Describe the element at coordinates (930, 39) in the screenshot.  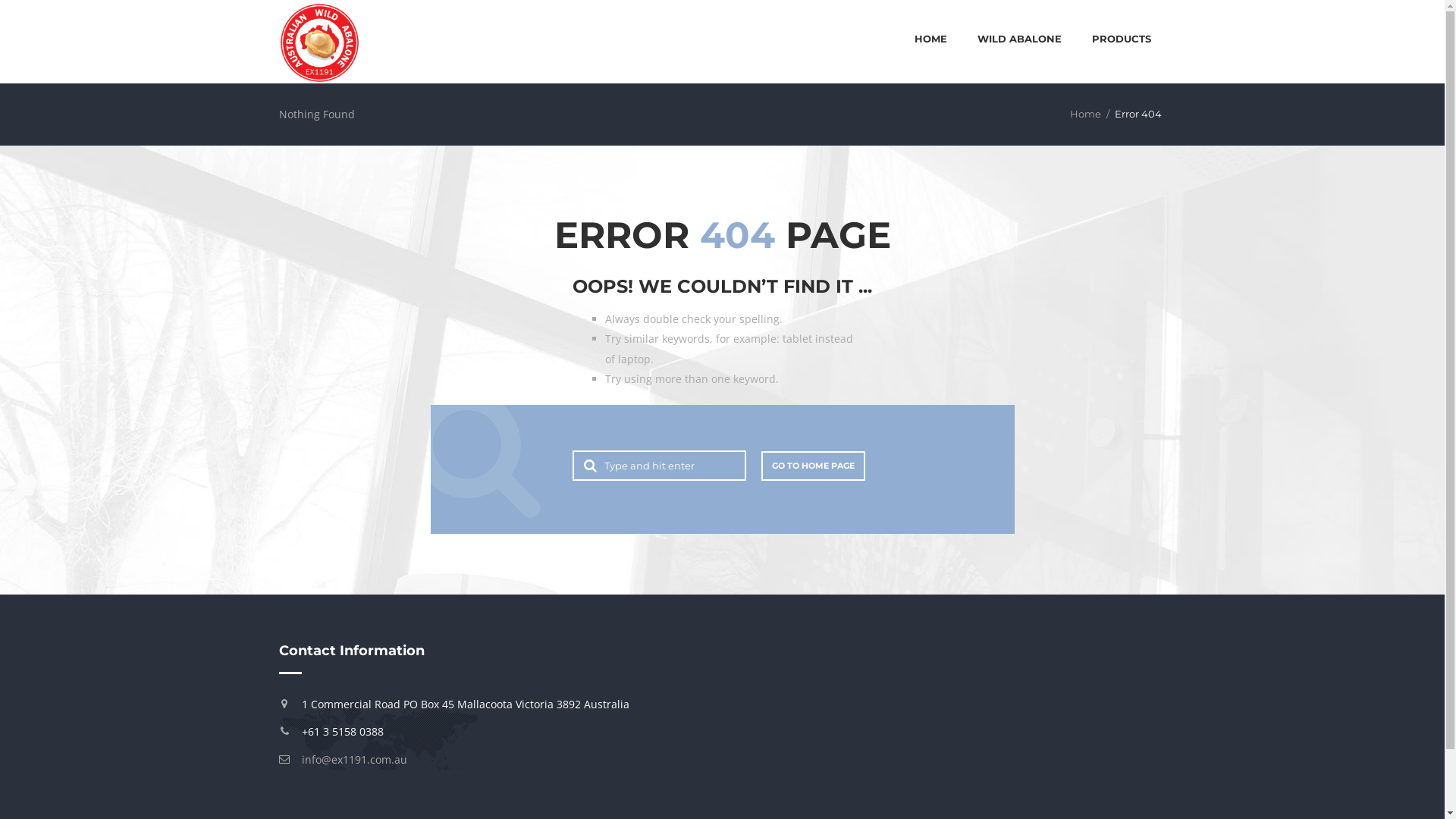
I see `'HOME'` at that location.